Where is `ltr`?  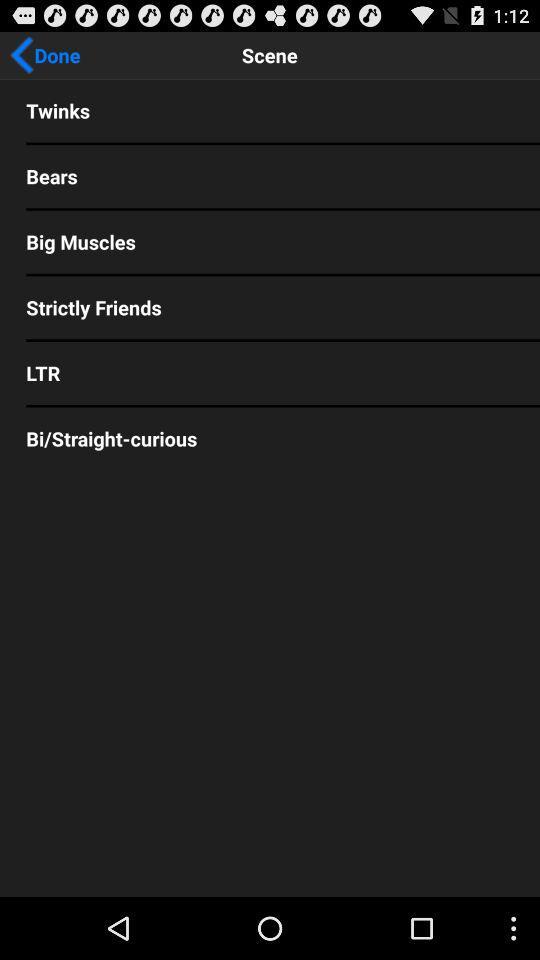 ltr is located at coordinates (270, 372).